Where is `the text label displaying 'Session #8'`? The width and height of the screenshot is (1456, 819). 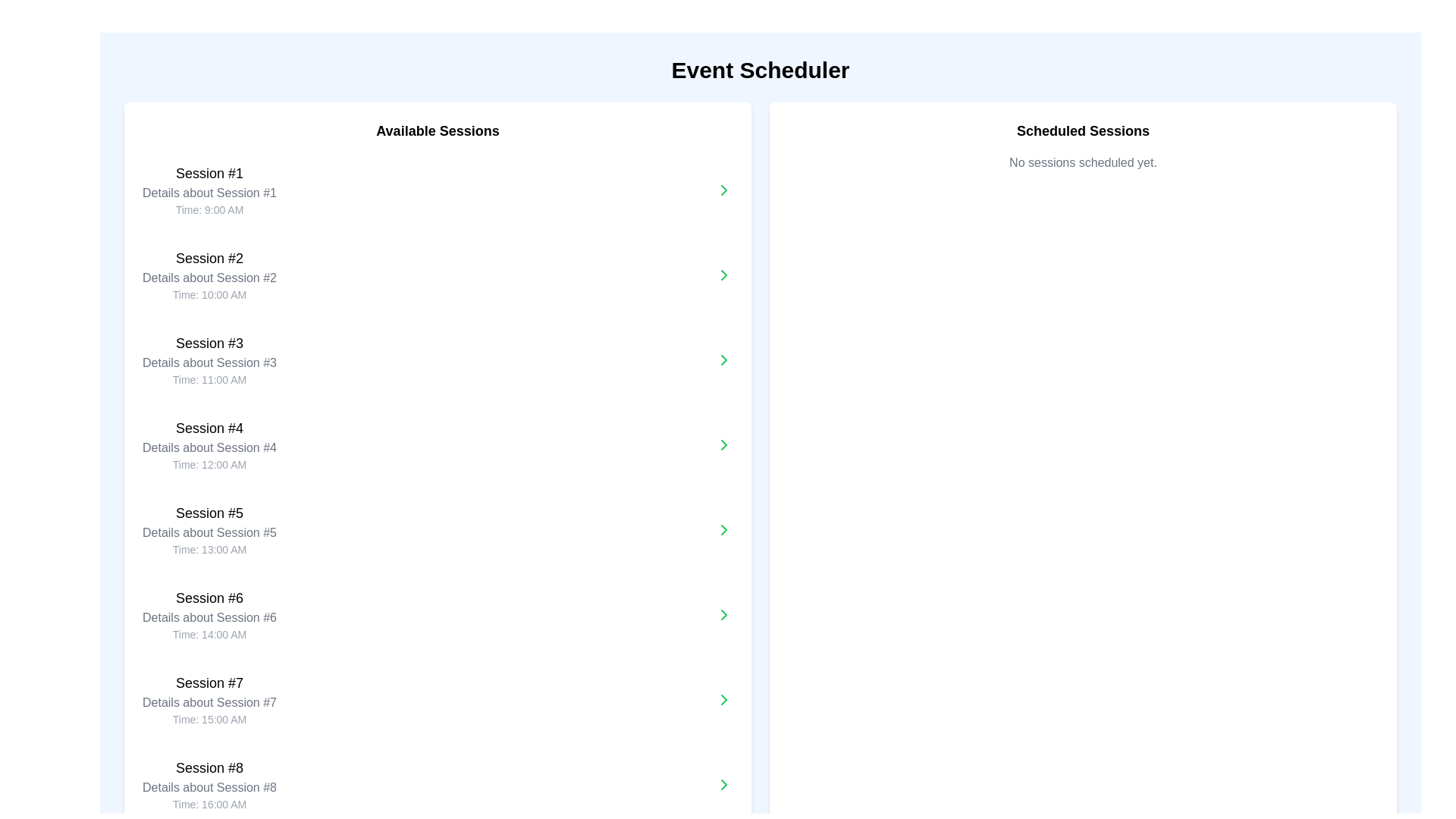 the text label displaying 'Session #8' is located at coordinates (209, 768).